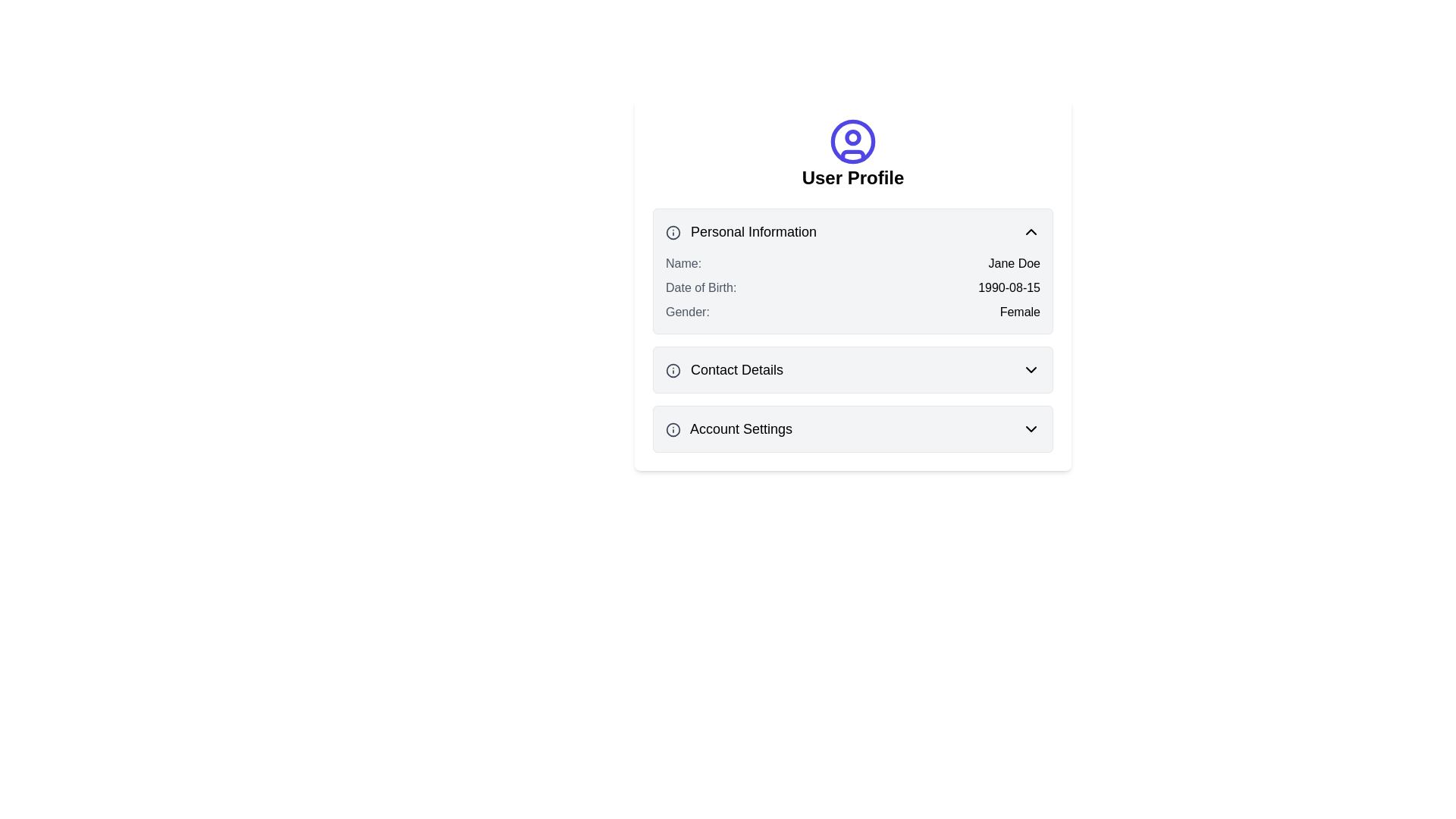 Image resolution: width=1456 pixels, height=819 pixels. I want to click on the text display element showing '1990-08-15', which is located to the right of the label 'Date of Birth:' in the 'Personal Information' section of the user profile card, so click(1009, 288).